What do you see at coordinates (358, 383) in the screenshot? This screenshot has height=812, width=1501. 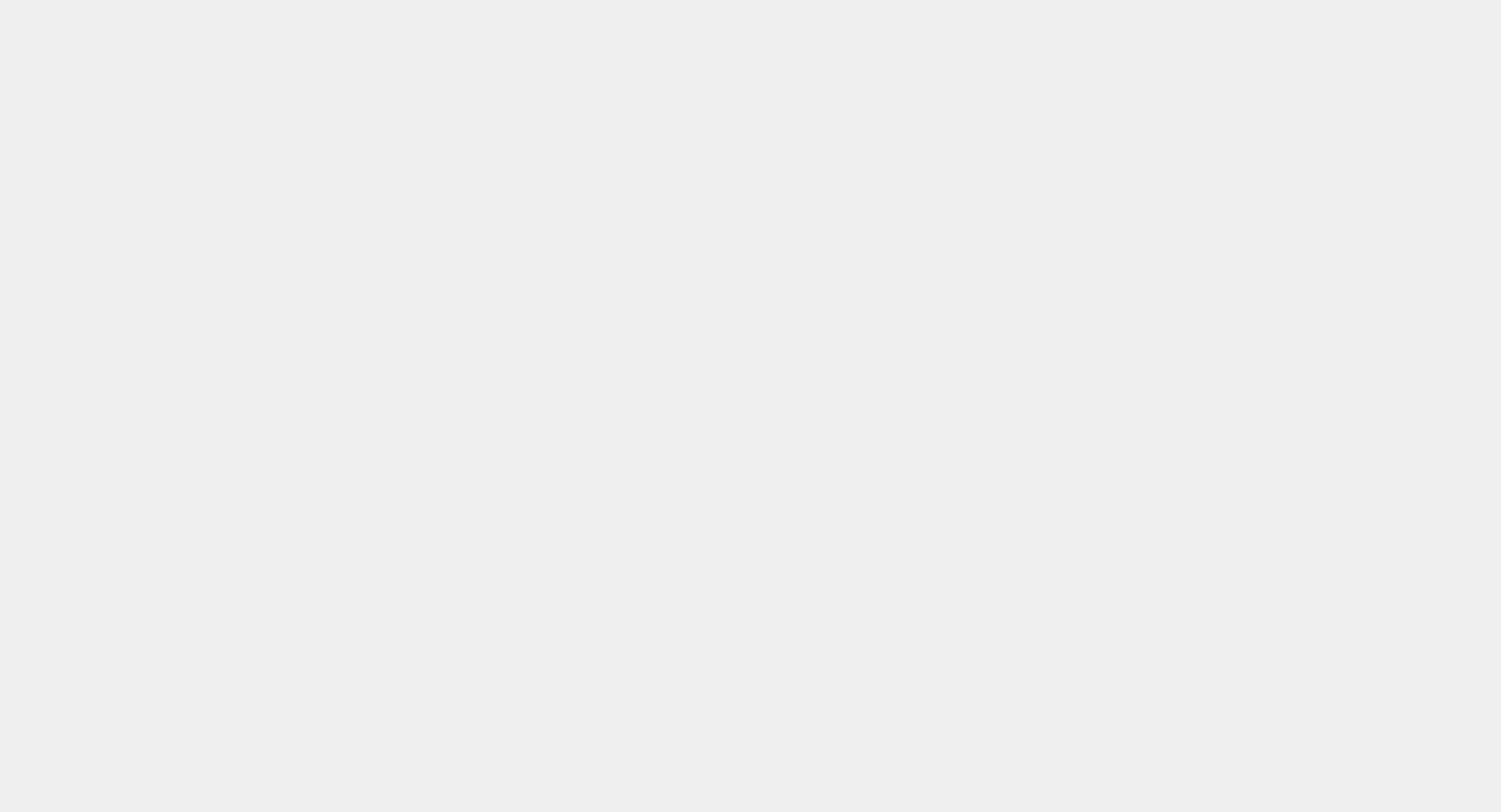 I see `'STEPHEN'` at bounding box center [358, 383].